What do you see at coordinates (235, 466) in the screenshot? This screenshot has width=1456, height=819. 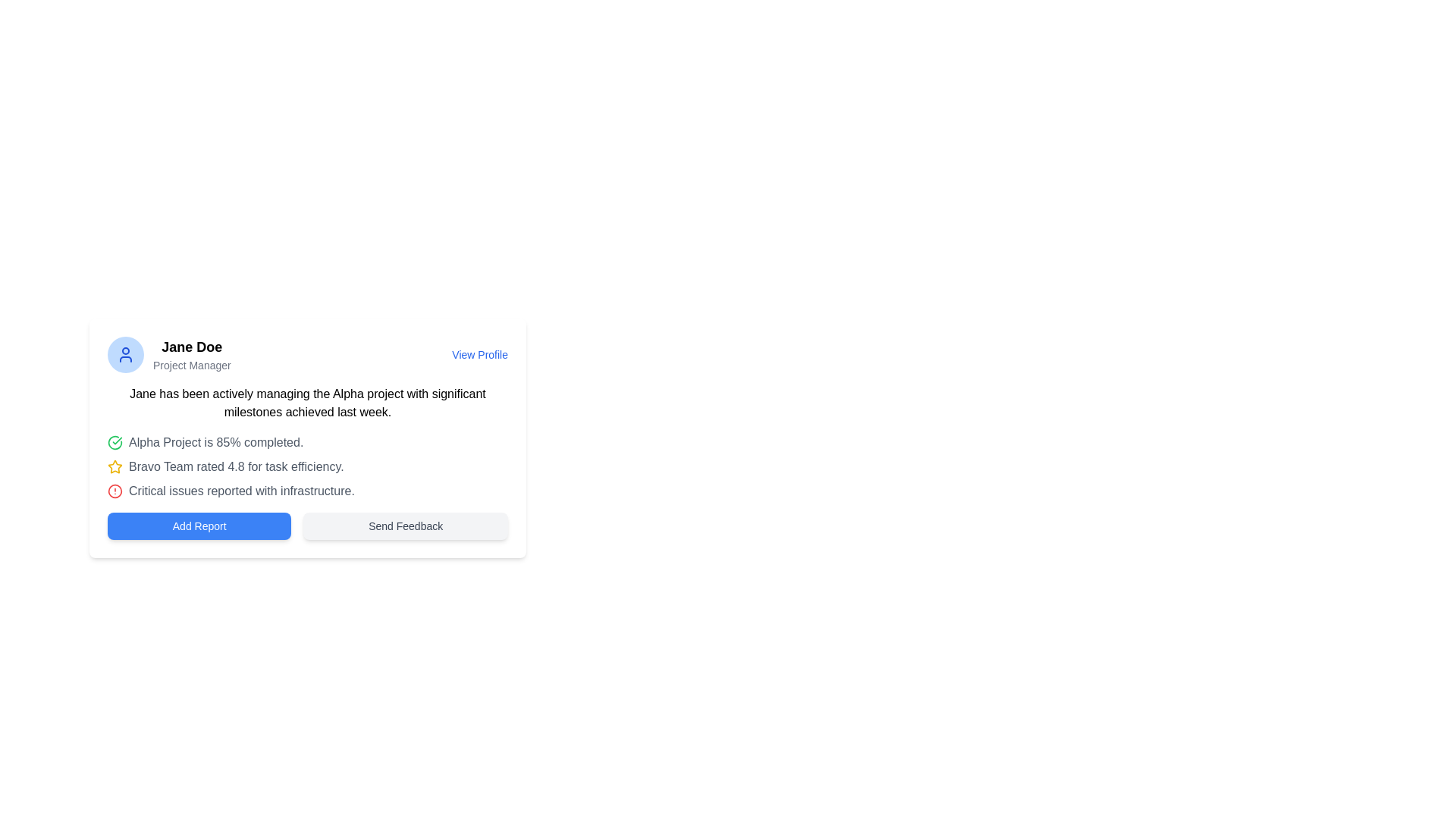 I see `the text label that displays 'Bravo Team rated 4.8 for task efficiency.', which is styled in gray and positioned between 'Alpha Project is 85% completed.' and 'Critical issues reported with infrastructure.'` at bounding box center [235, 466].